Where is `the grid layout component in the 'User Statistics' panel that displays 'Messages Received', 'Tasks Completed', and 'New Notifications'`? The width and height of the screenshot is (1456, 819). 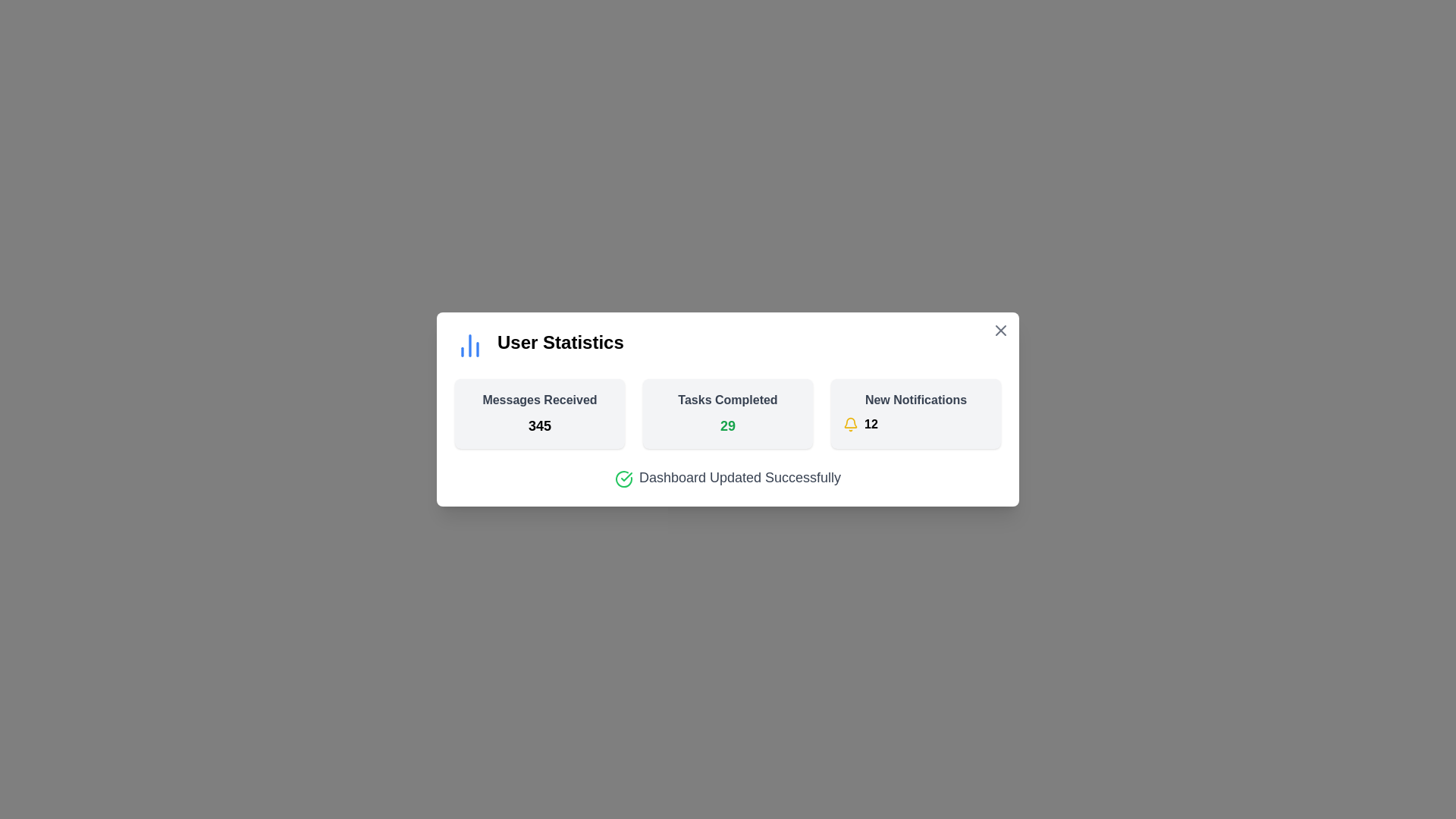
the grid layout component in the 'User Statistics' panel that displays 'Messages Received', 'Tasks Completed', and 'New Notifications' is located at coordinates (728, 414).